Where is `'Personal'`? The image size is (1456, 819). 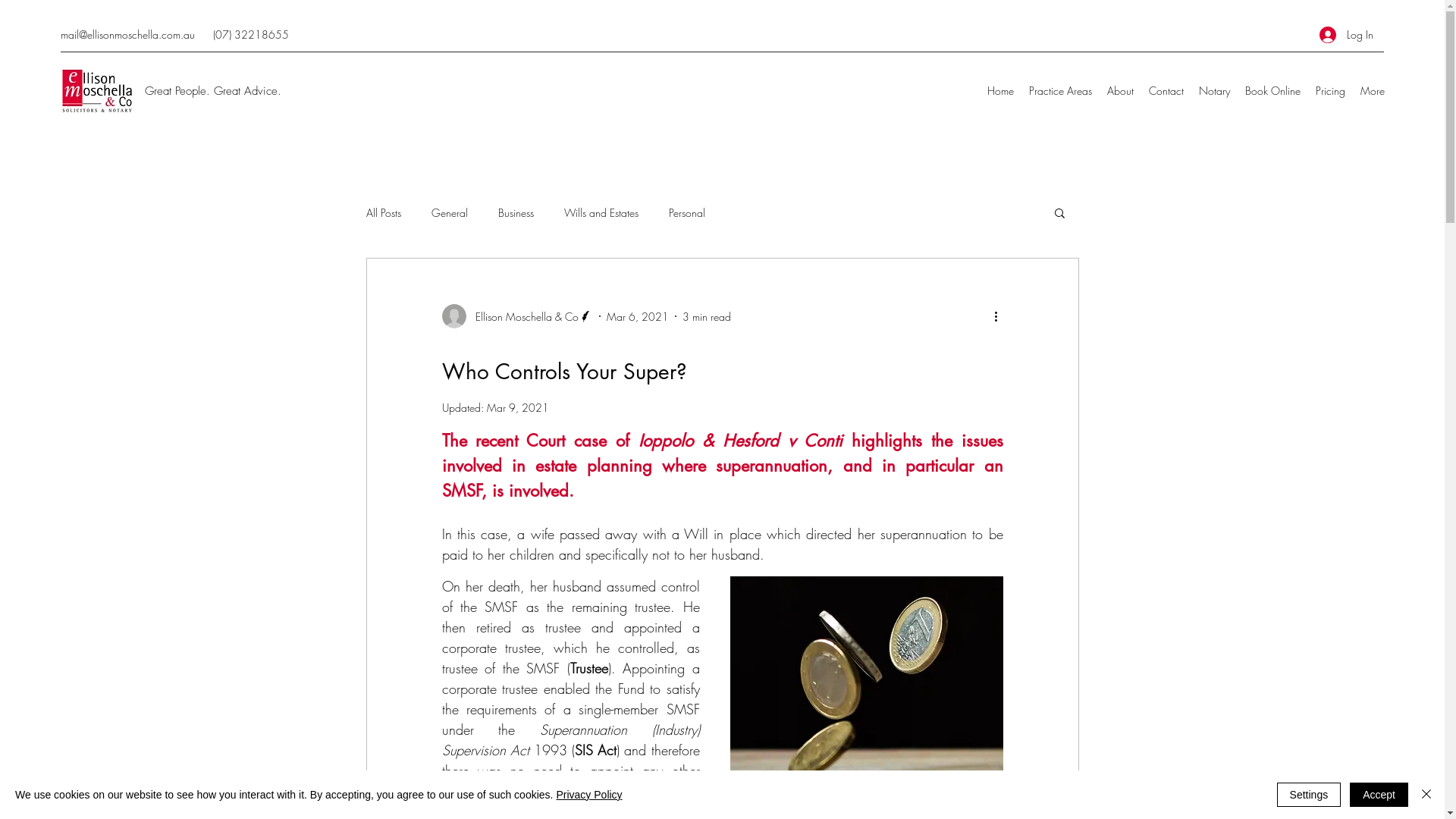 'Personal' is located at coordinates (686, 212).